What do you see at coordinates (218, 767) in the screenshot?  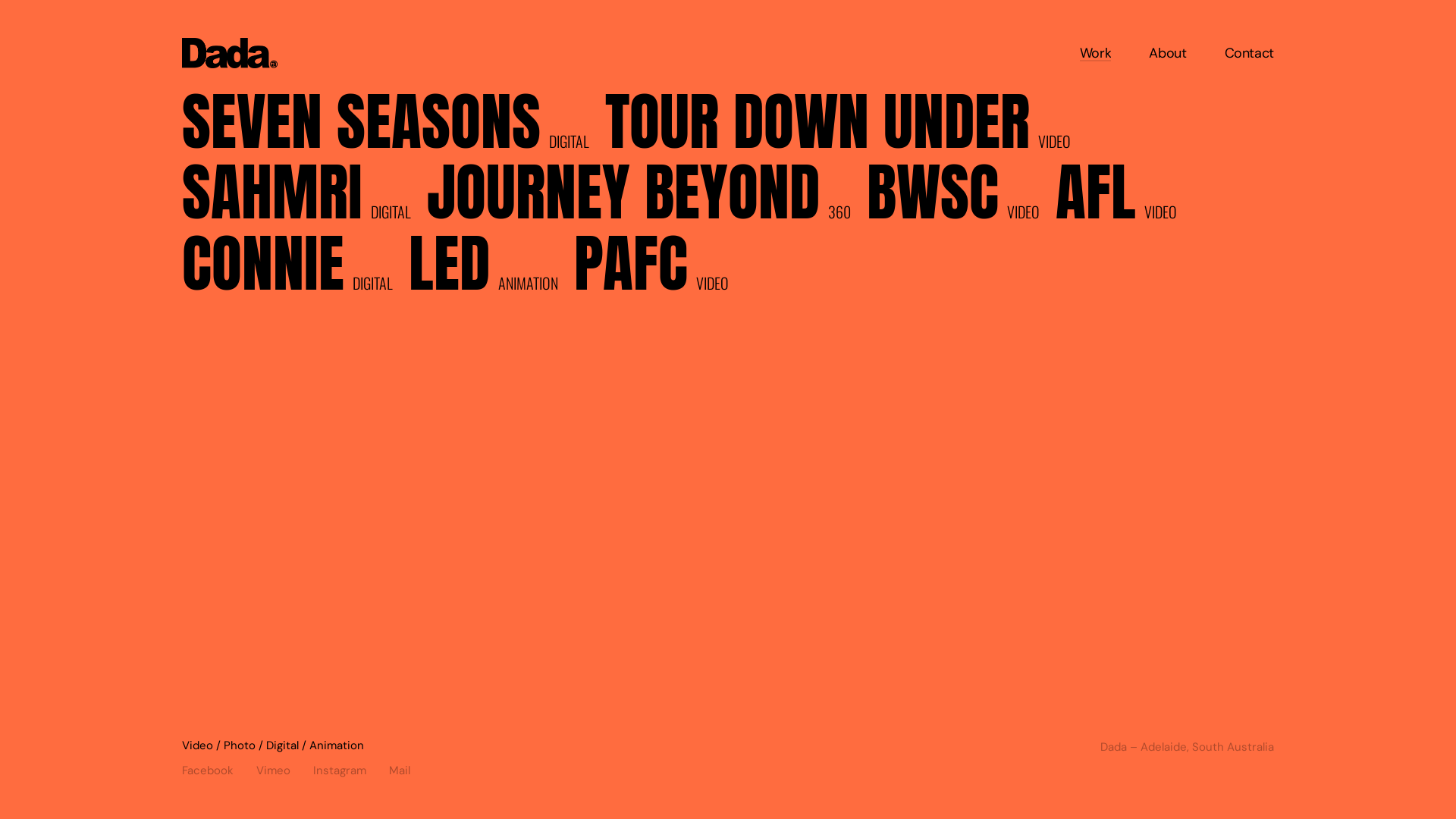 I see `'Facebook'` at bounding box center [218, 767].